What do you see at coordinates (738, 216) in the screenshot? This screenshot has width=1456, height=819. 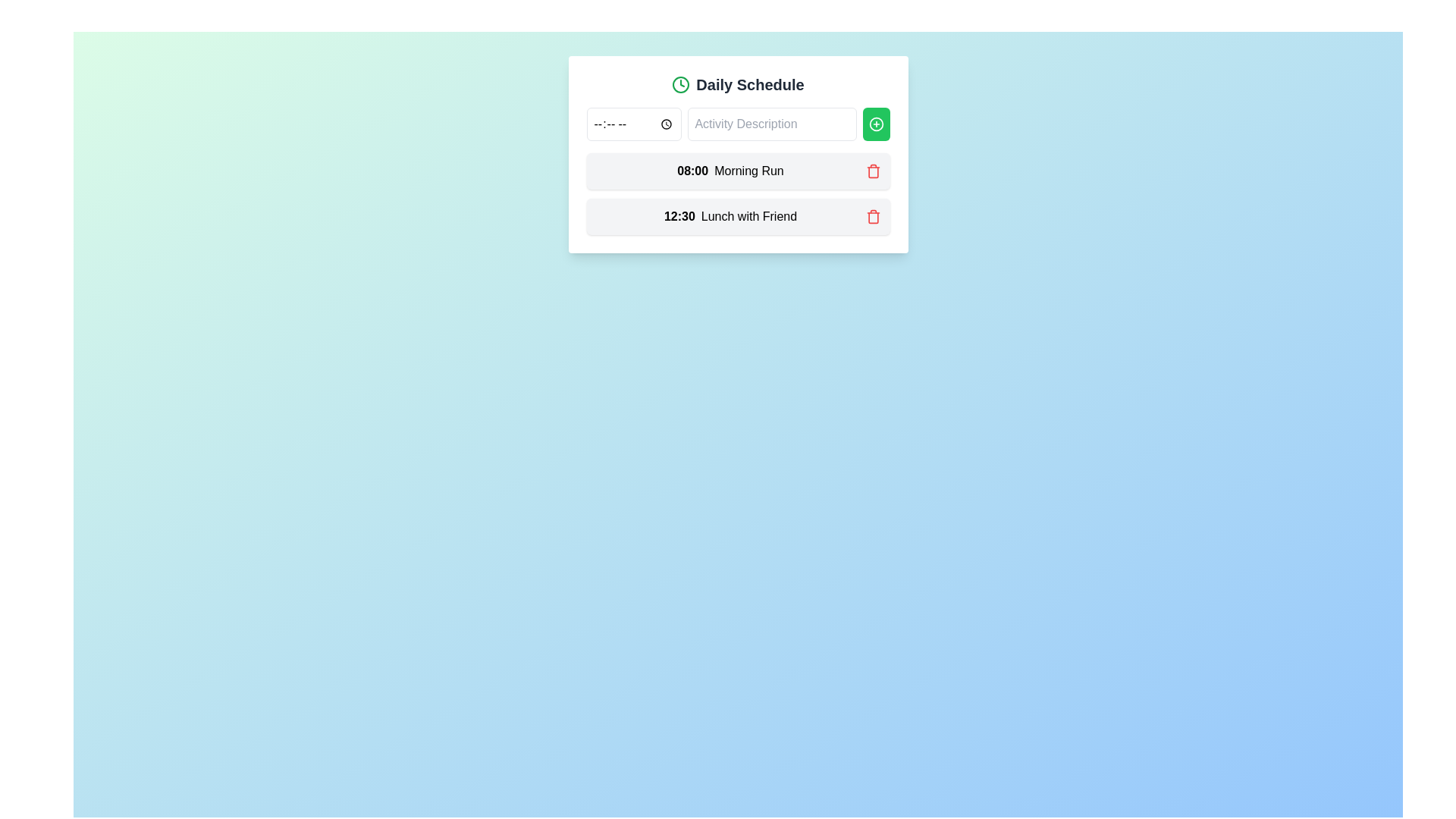 I see `the List item containing the time '12:30' and the text 'Lunch with Friend'` at bounding box center [738, 216].